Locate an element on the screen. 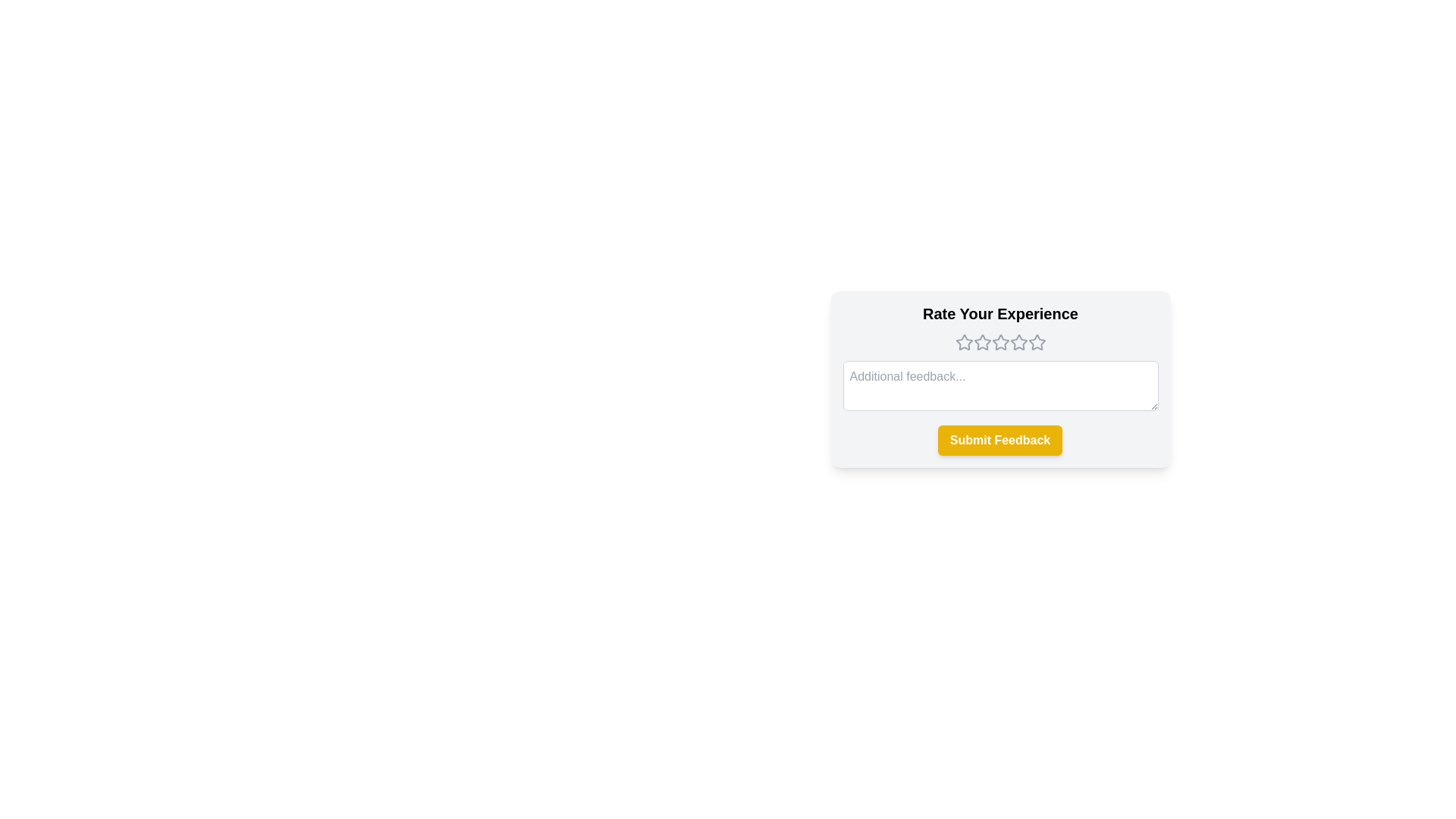 This screenshot has width=1456, height=819. the star icon, which is the third star in a row used for rating functionalities is located at coordinates (982, 342).